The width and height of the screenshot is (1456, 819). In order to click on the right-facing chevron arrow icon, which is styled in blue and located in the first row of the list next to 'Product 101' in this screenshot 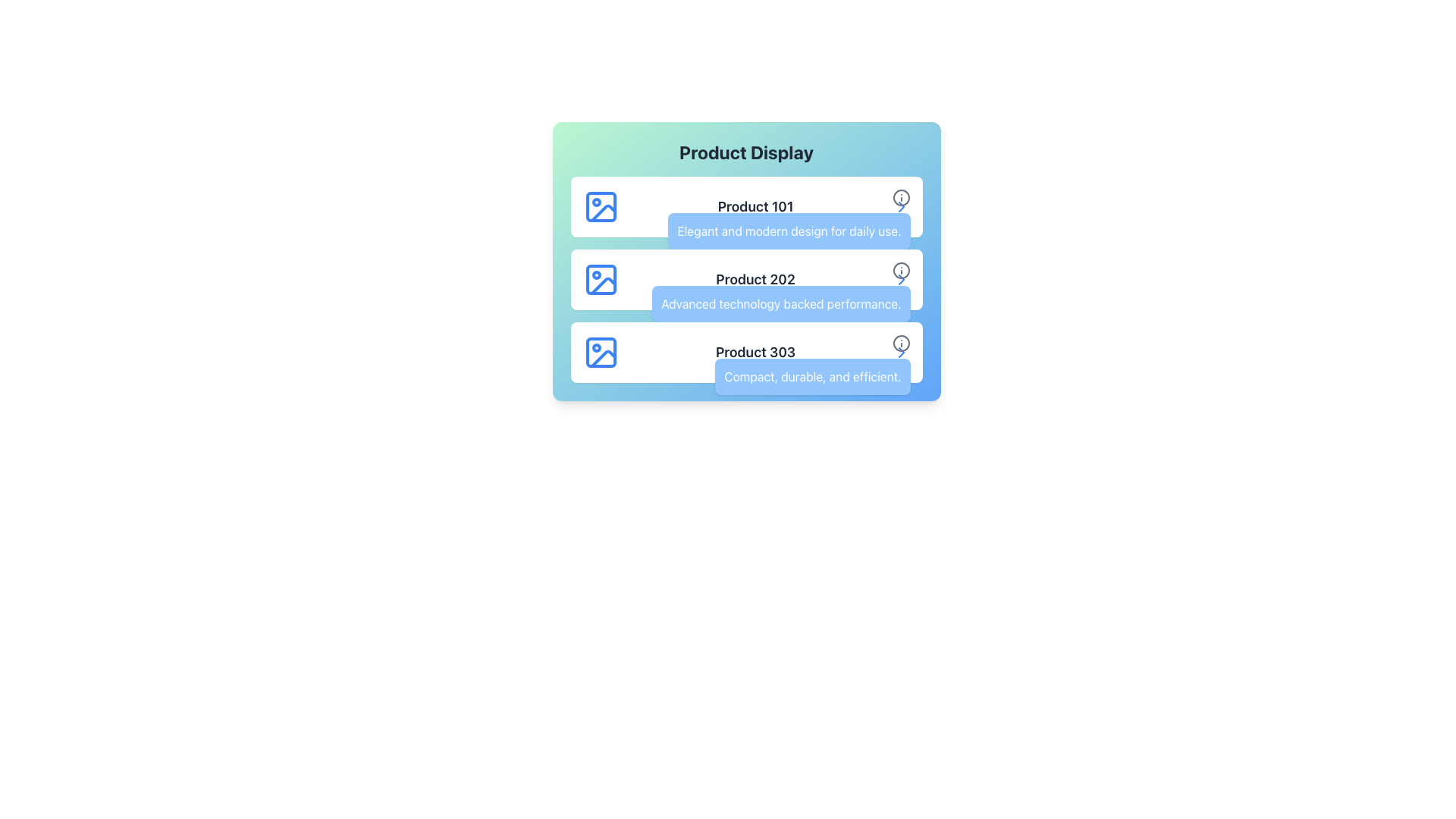, I will do `click(901, 207)`.